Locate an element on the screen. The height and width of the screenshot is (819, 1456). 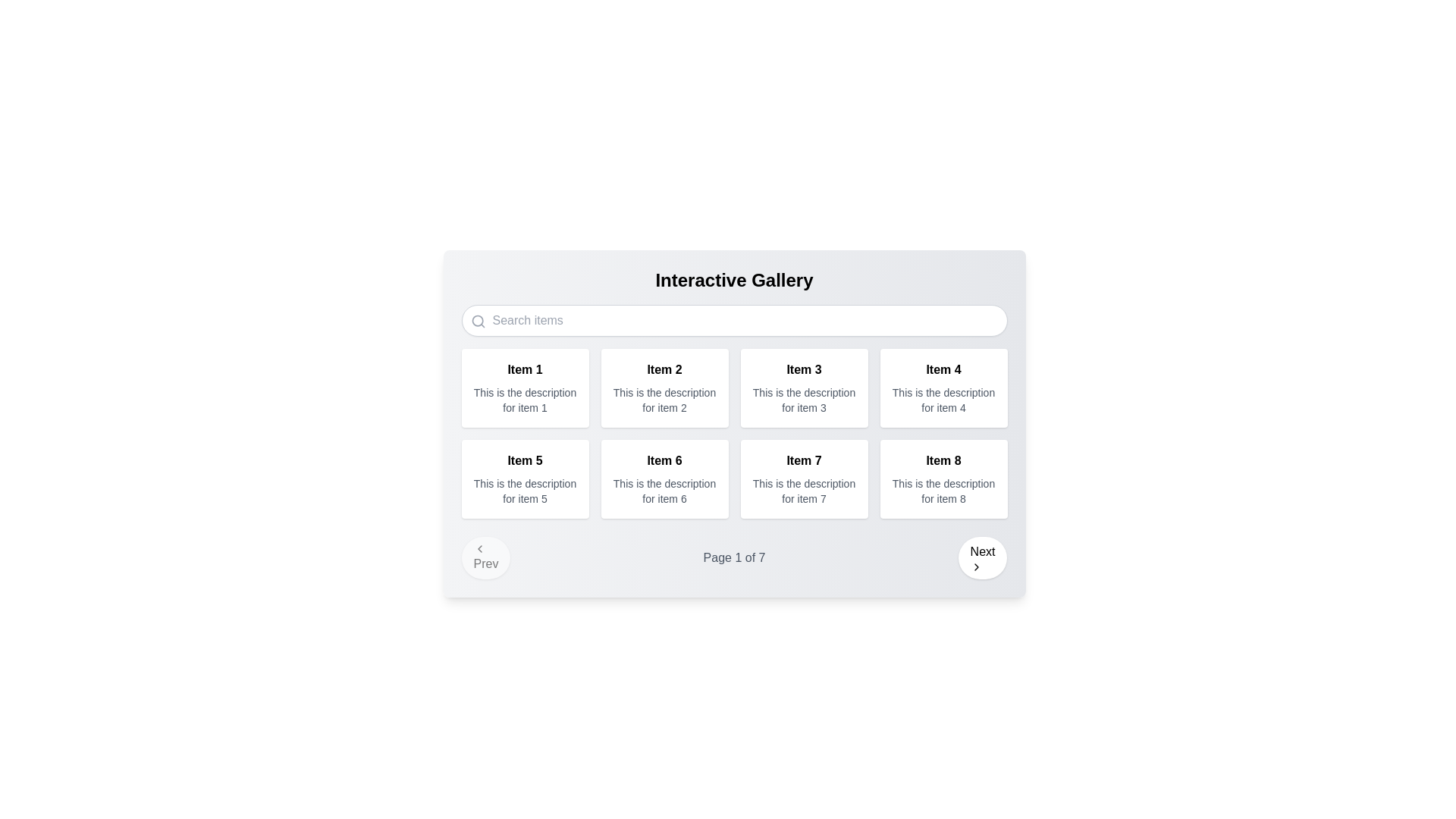
the box in the second row, second column of the gallery listing to interact with it is located at coordinates (664, 479).